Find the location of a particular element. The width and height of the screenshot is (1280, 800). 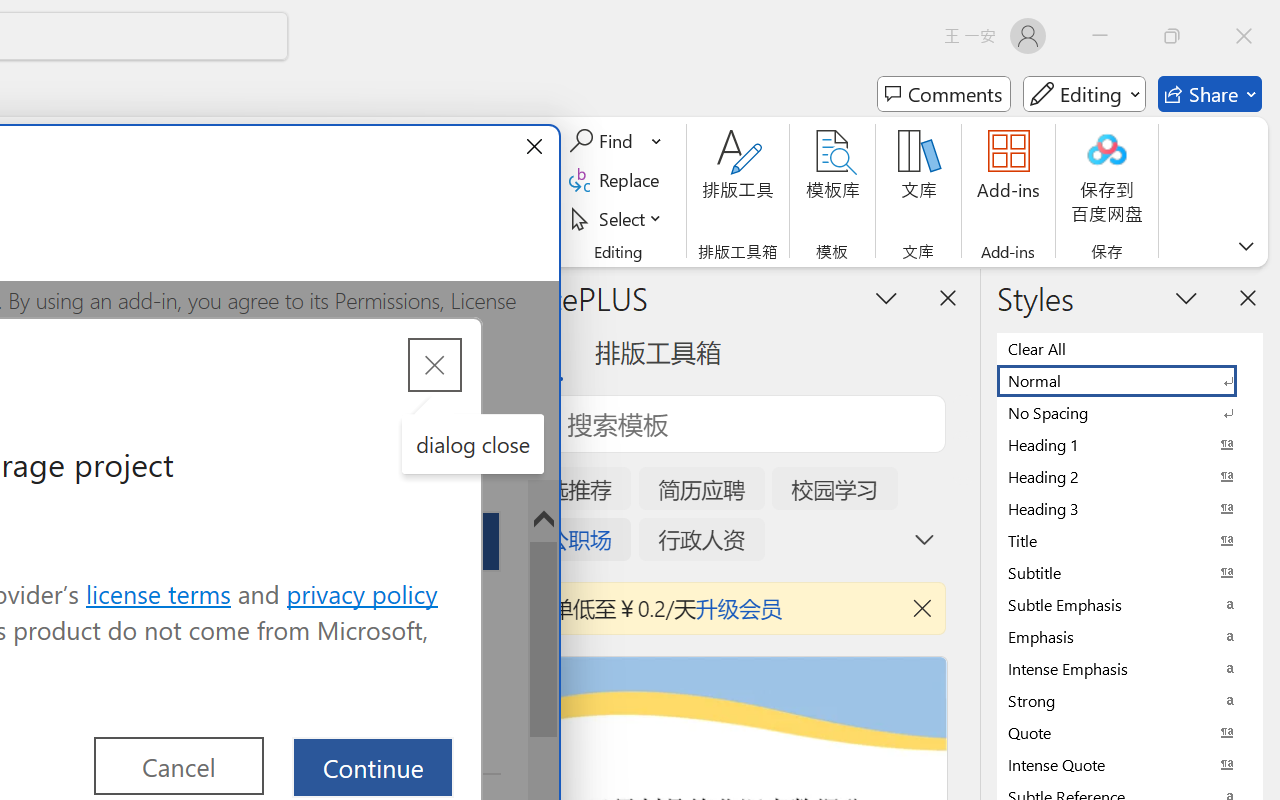

'Intense Quote' is located at coordinates (1130, 764).